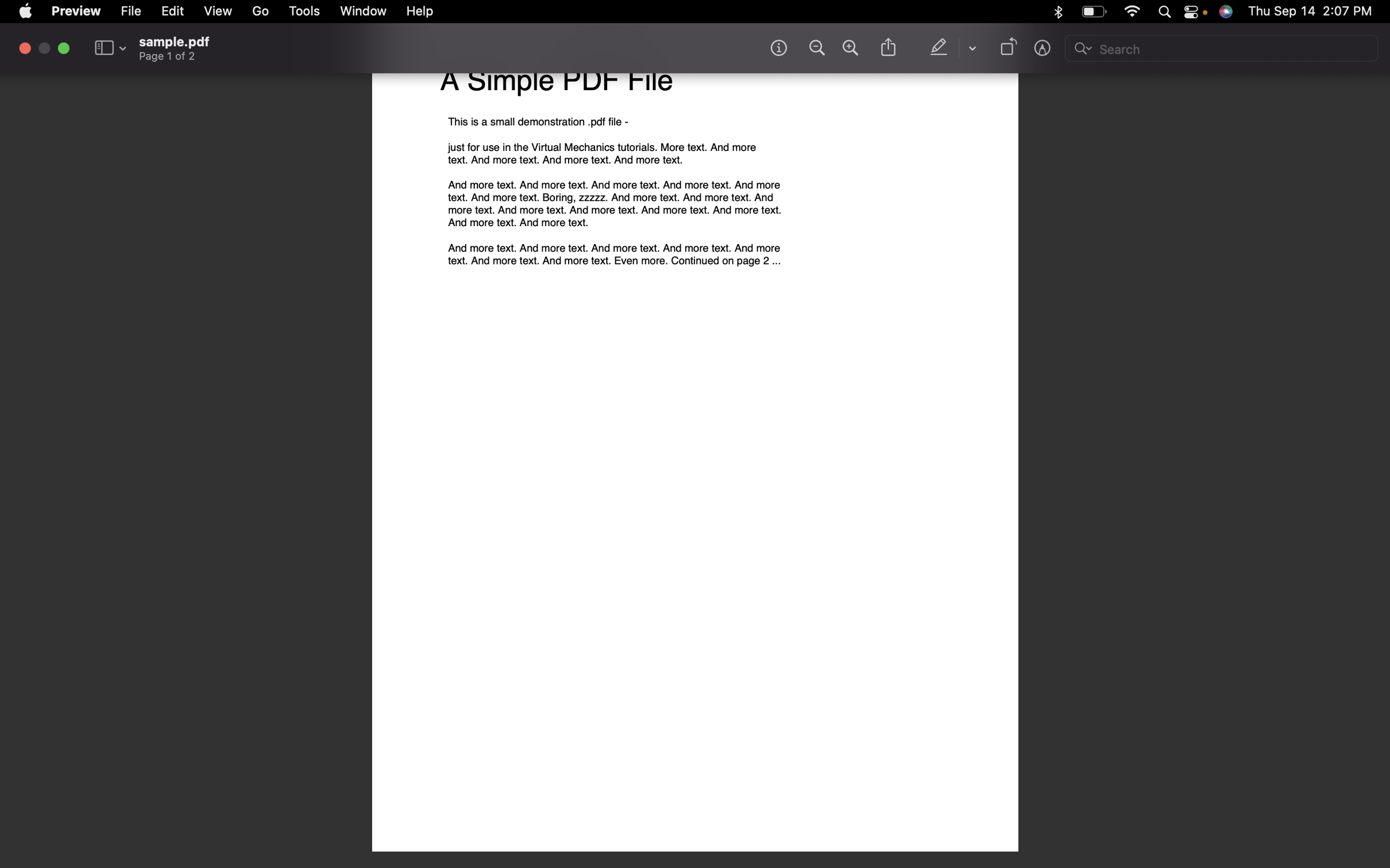 The height and width of the screenshot is (868, 1390). Describe the element at coordinates (850, 48) in the screenshot. I see `Make the details of the document larger for viewing` at that location.